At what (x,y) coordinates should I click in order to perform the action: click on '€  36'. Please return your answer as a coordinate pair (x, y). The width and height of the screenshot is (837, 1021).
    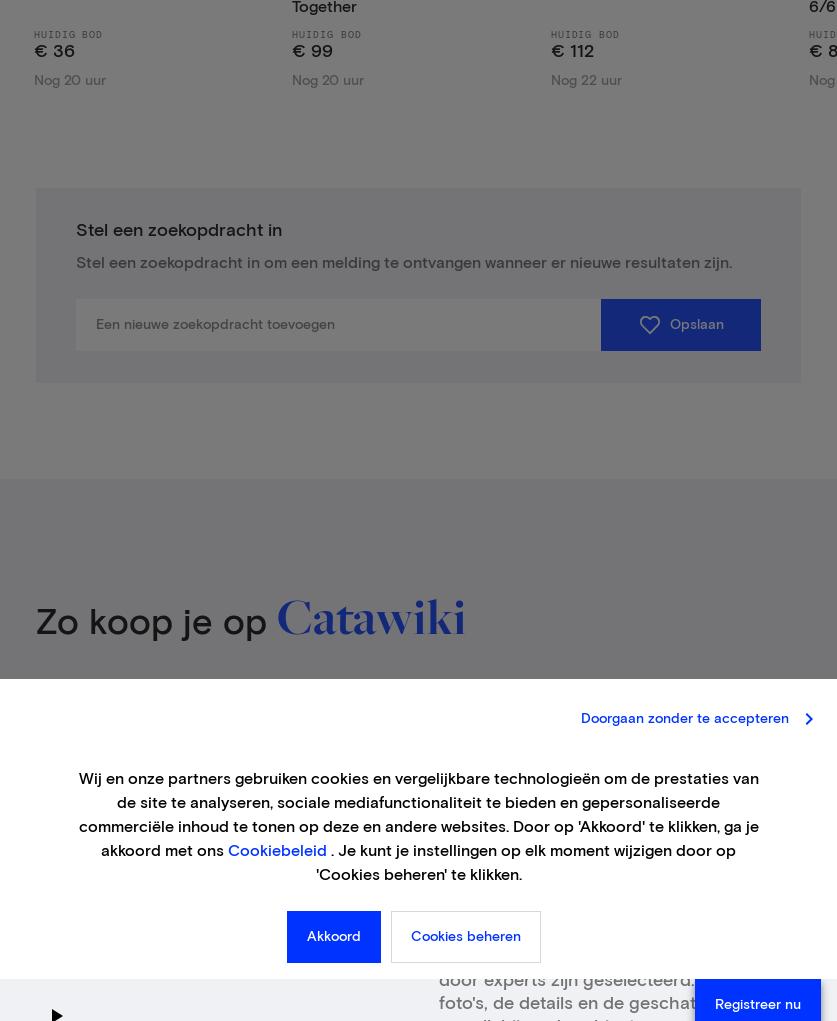
    Looking at the image, I should click on (54, 51).